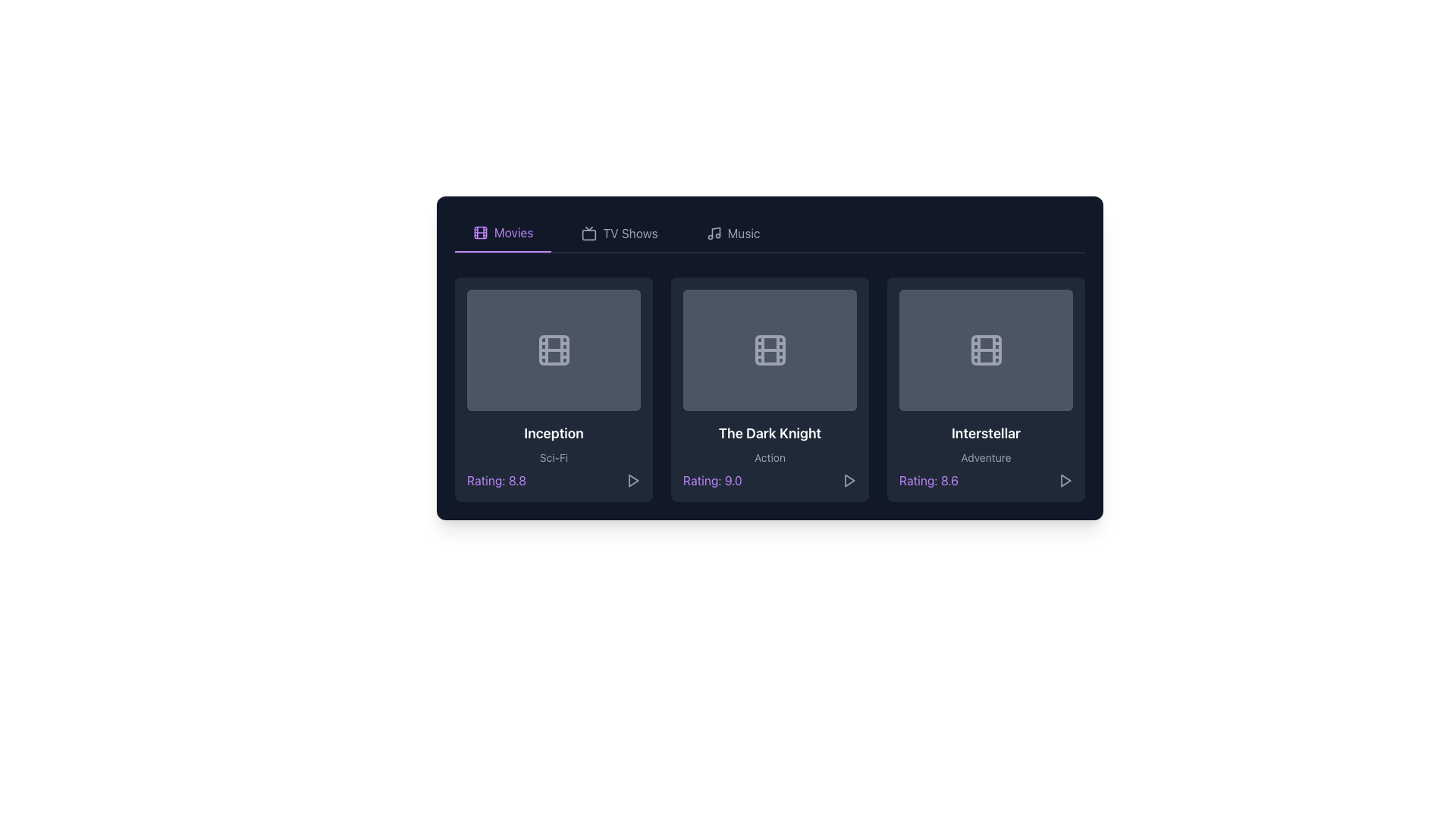 This screenshot has height=819, width=1456. I want to click on the Decorative icon located in the upper-left region of the 'Movies' tab, which serves as a visual indicator for the category, so click(479, 233).